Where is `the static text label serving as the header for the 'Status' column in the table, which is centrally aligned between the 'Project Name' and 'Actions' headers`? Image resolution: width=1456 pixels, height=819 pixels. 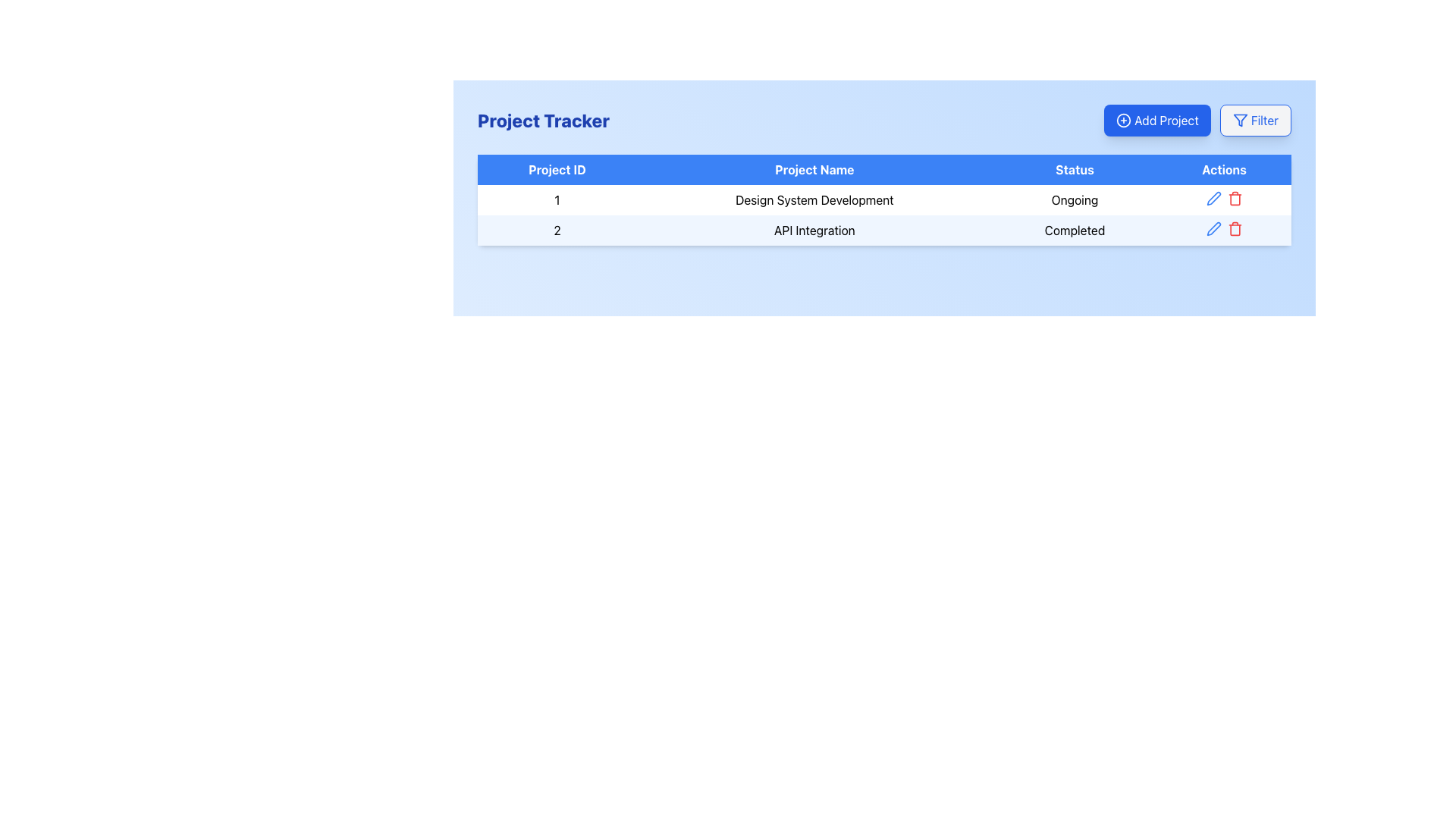 the static text label serving as the header for the 'Status' column in the table, which is centrally aligned between the 'Project Name' and 'Actions' headers is located at coordinates (1074, 169).